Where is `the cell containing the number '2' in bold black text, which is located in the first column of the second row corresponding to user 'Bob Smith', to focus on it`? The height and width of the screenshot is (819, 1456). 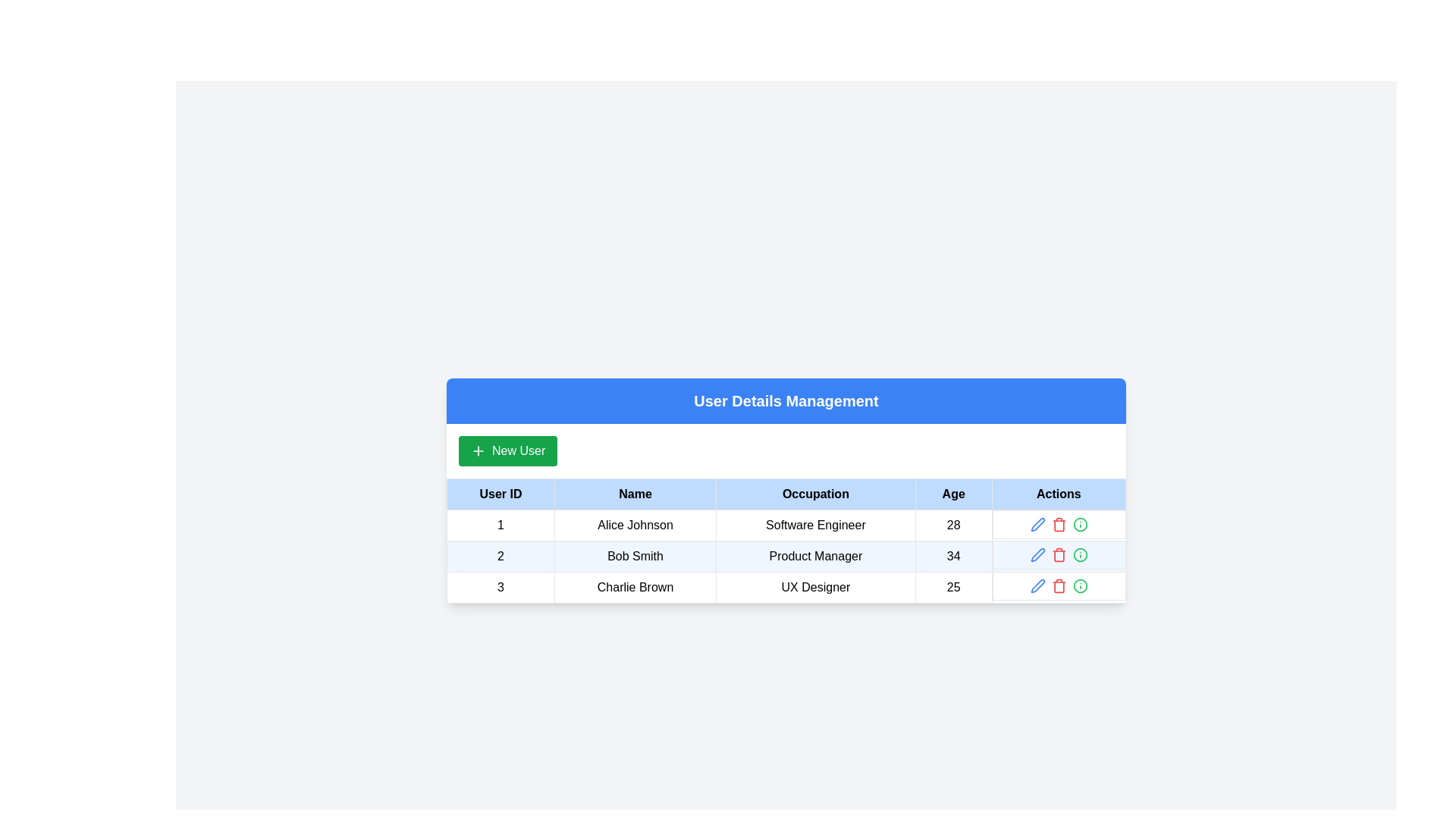 the cell containing the number '2' in bold black text, which is located in the first column of the second row corresponding to user 'Bob Smith', to focus on it is located at coordinates (500, 556).